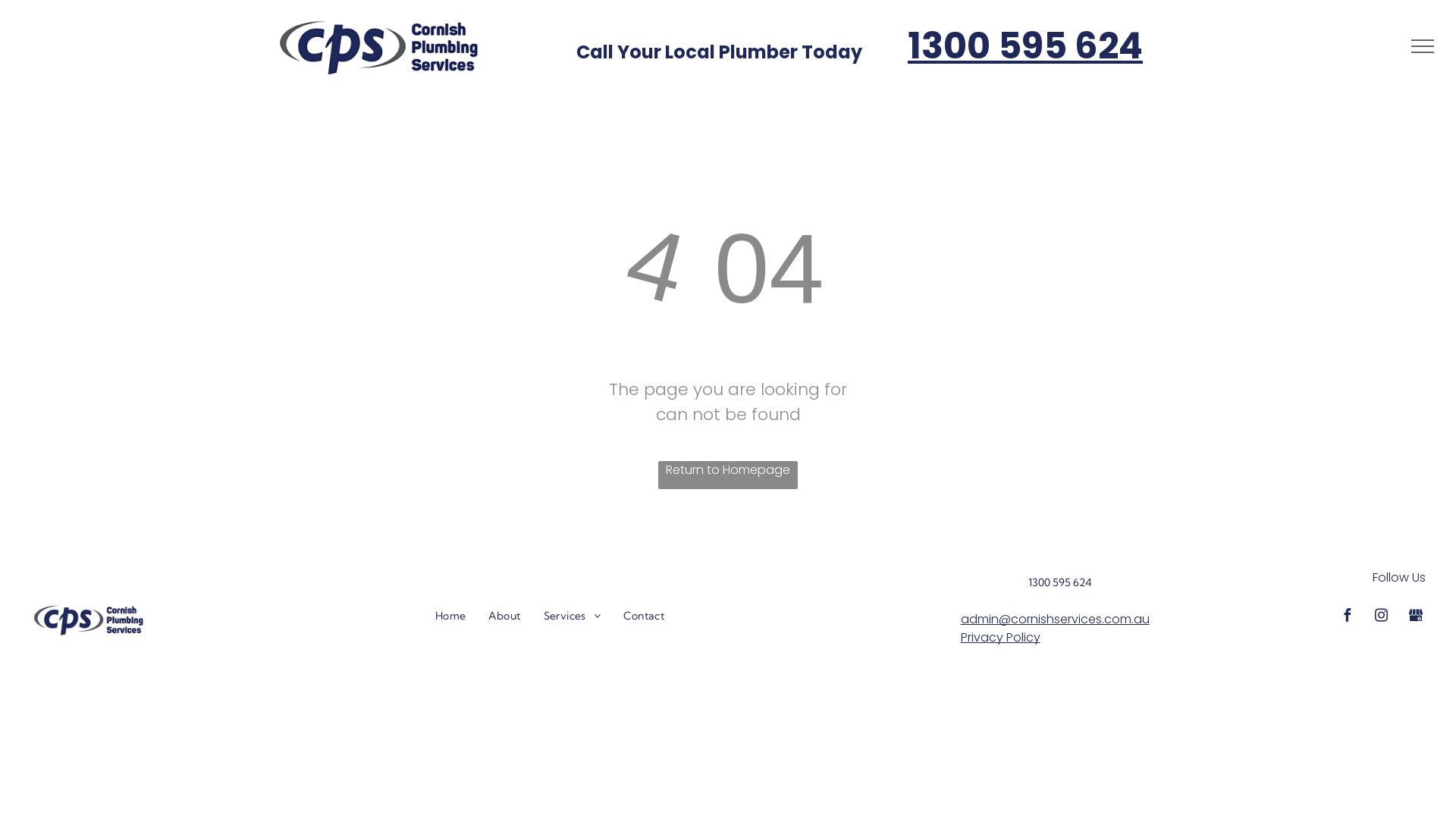 This screenshot has height=819, width=1456. I want to click on '1300 595 624', so click(1025, 45).